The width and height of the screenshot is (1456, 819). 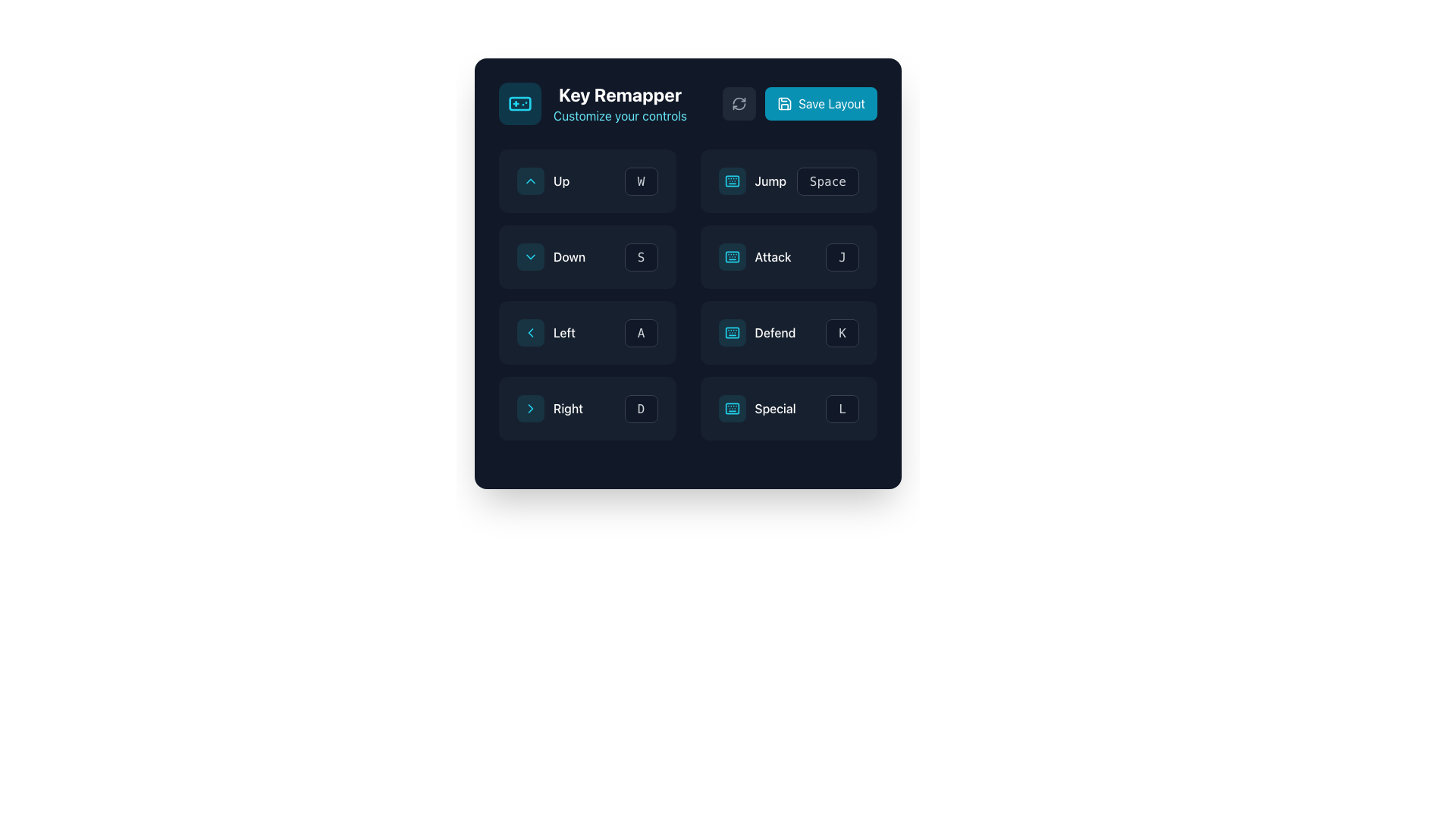 What do you see at coordinates (531, 408) in the screenshot?
I see `the decorative icon indicating functionality related to the 'Right' keybinding, located in the key mapping section next to the 'Right' text` at bounding box center [531, 408].